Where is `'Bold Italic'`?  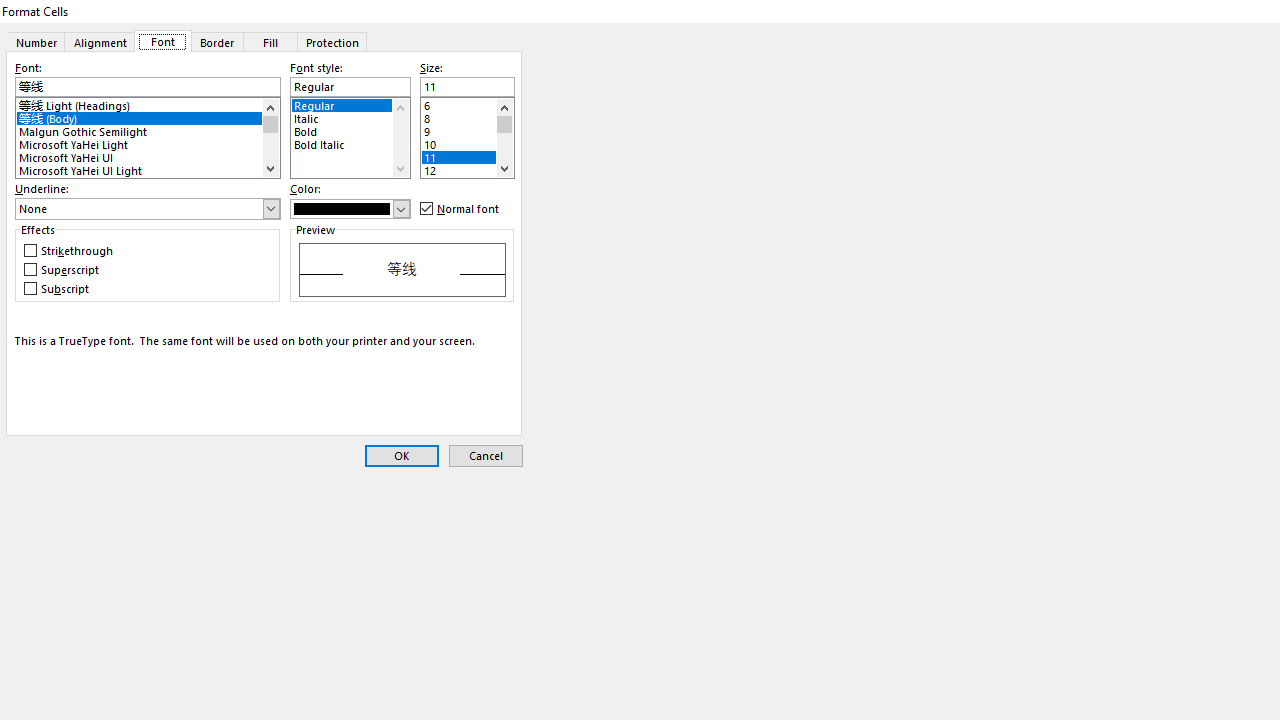 'Bold Italic' is located at coordinates (350, 141).